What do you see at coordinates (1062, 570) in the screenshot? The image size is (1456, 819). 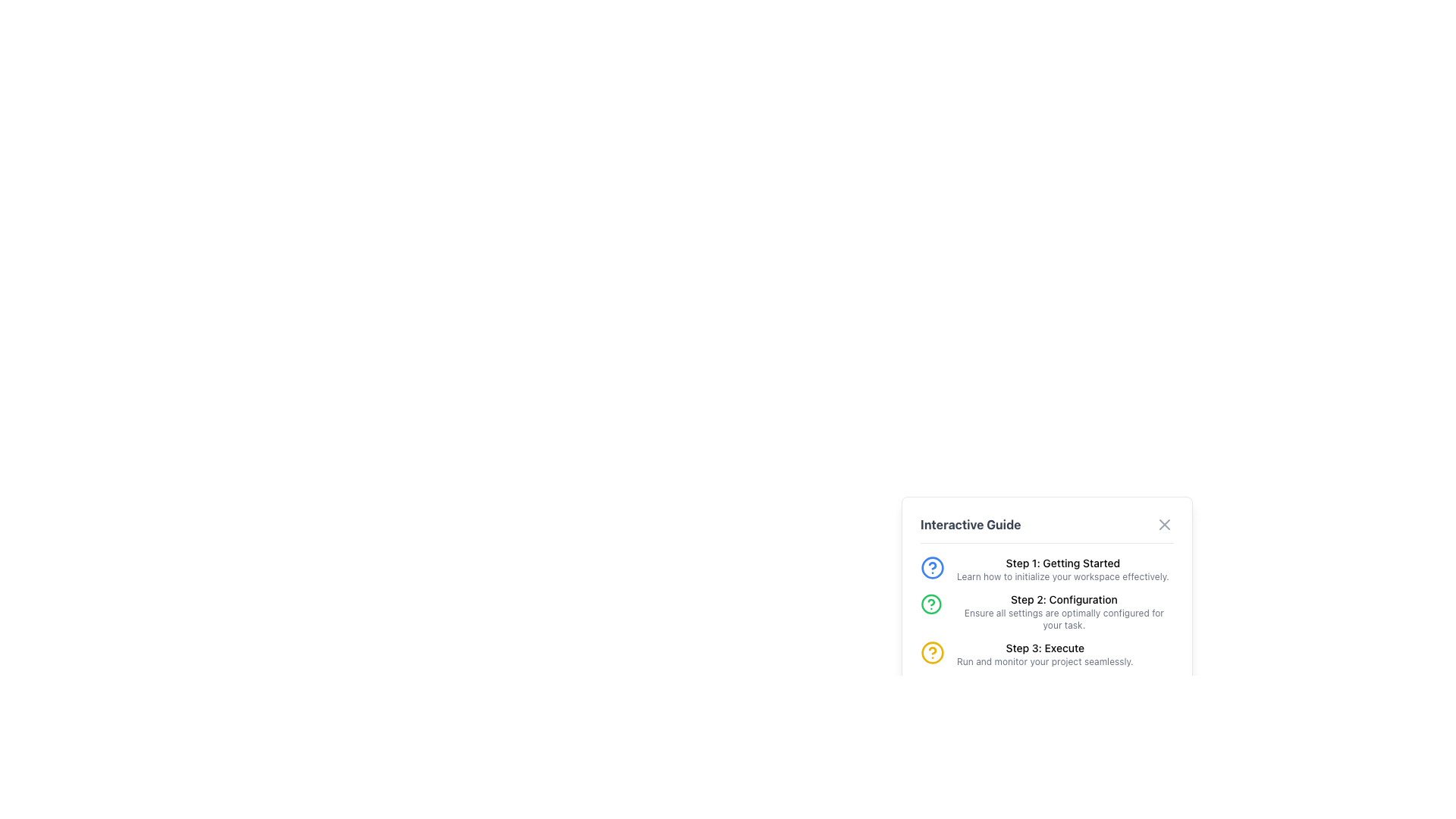 I see `instructional content provided in the text block located in the interactive guide panel, which is second from the top and vertically centered above the 'Step 2: Configuration' section` at bounding box center [1062, 570].